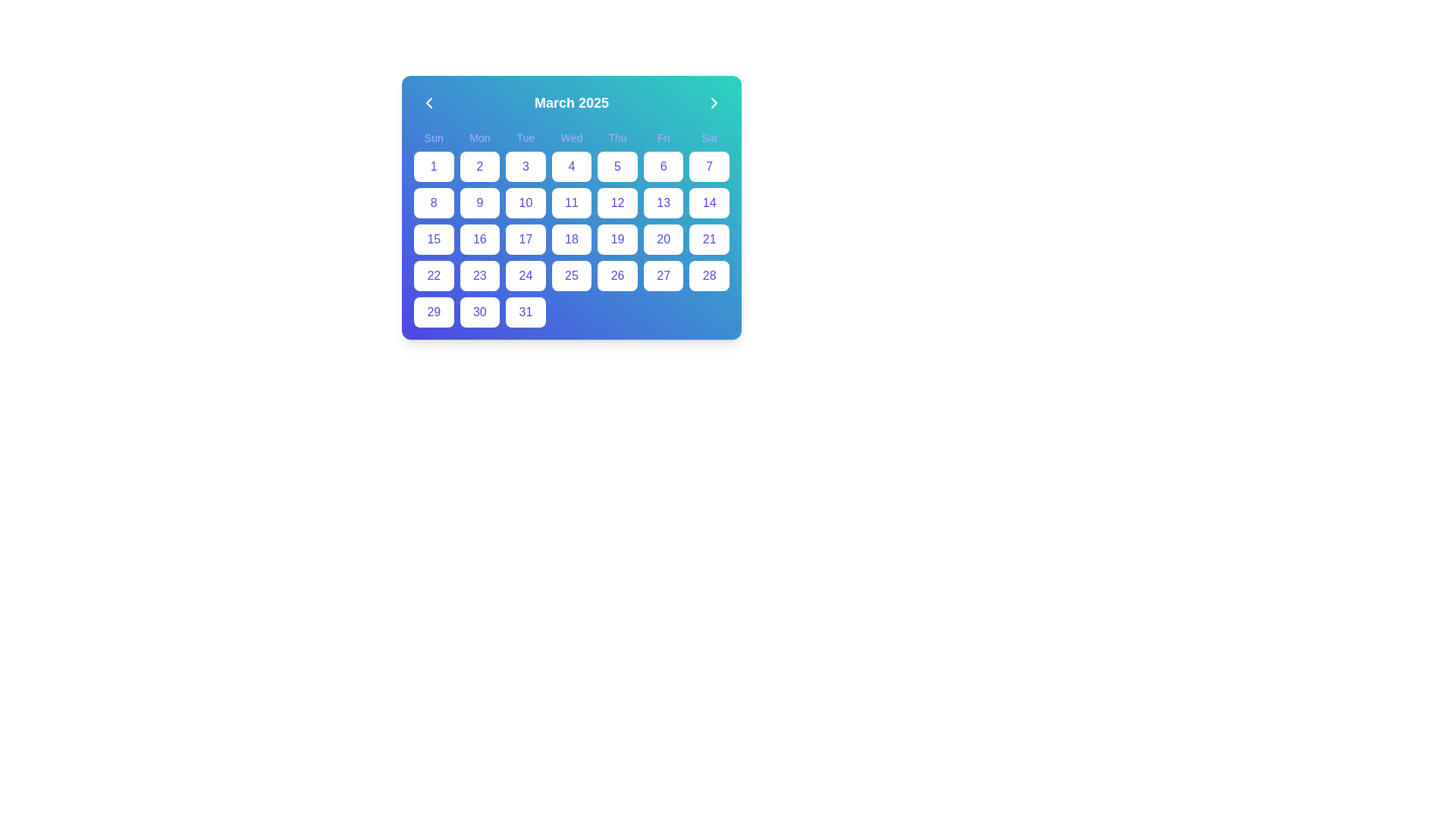 Image resolution: width=1456 pixels, height=819 pixels. What do you see at coordinates (708, 239) in the screenshot?
I see `the selectable day cell representing the 21st date in the calendar, located in the fourth row and seventh column under the 'Saturday' header` at bounding box center [708, 239].